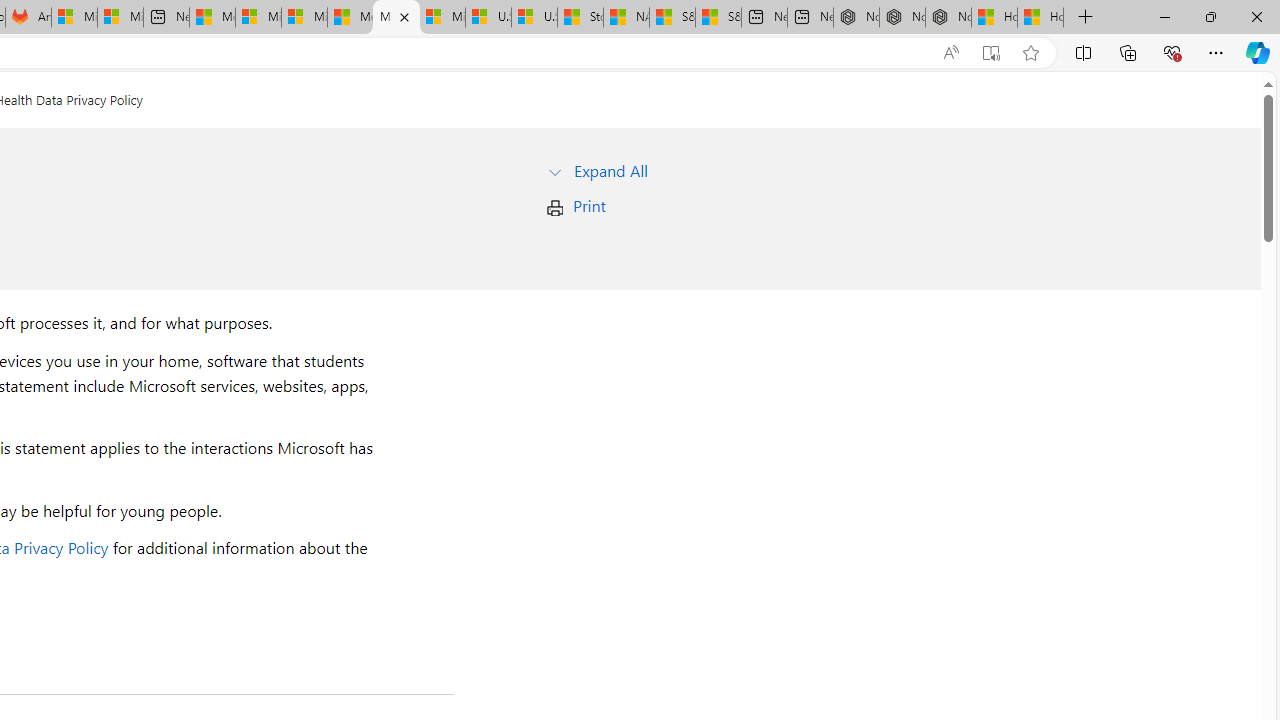 The height and width of the screenshot is (720, 1280). I want to click on 'Read aloud this page (Ctrl+Shift+U)', so click(950, 52).